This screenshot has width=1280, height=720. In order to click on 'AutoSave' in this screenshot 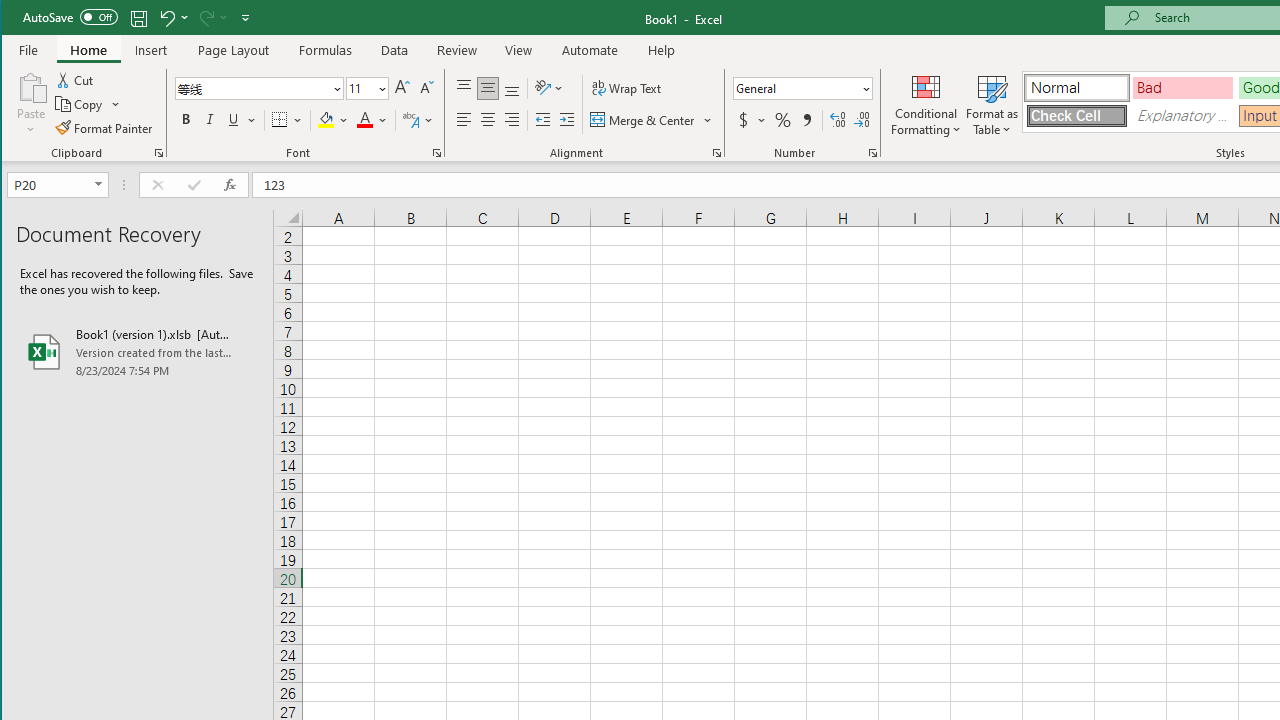, I will do `click(70, 17)`.